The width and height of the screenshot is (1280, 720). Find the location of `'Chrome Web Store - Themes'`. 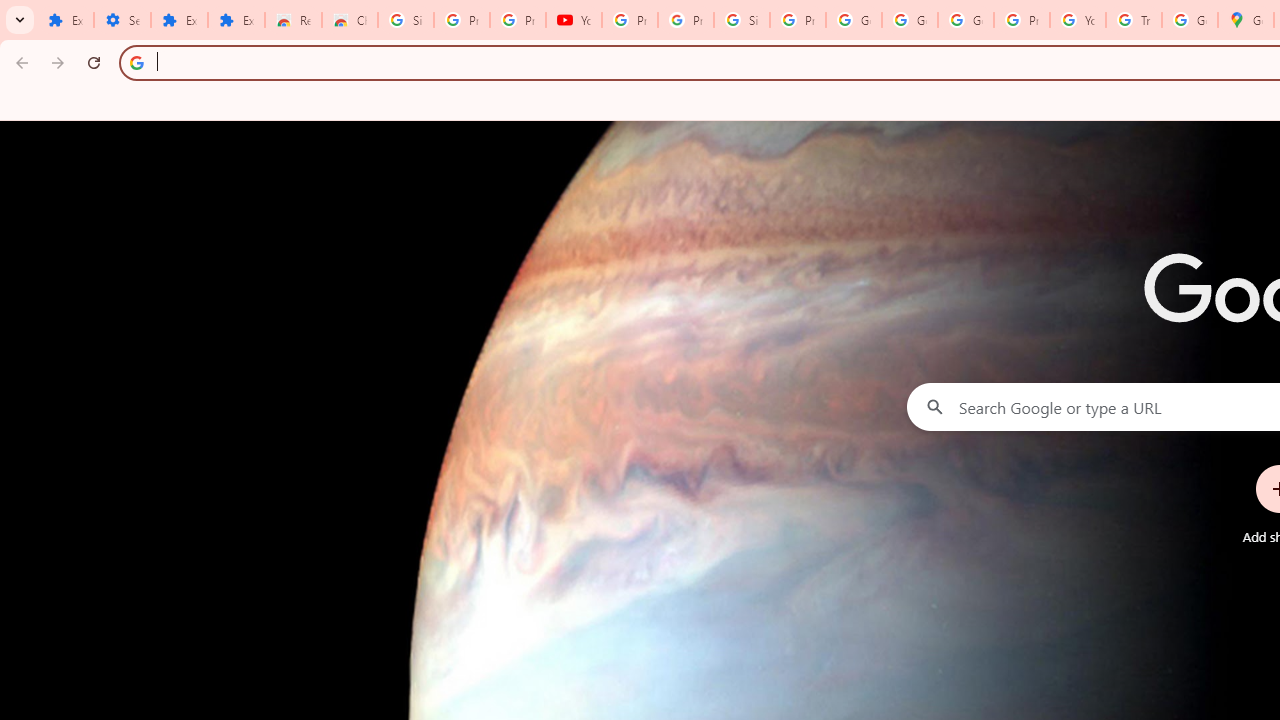

'Chrome Web Store - Themes' is located at coordinates (350, 20).